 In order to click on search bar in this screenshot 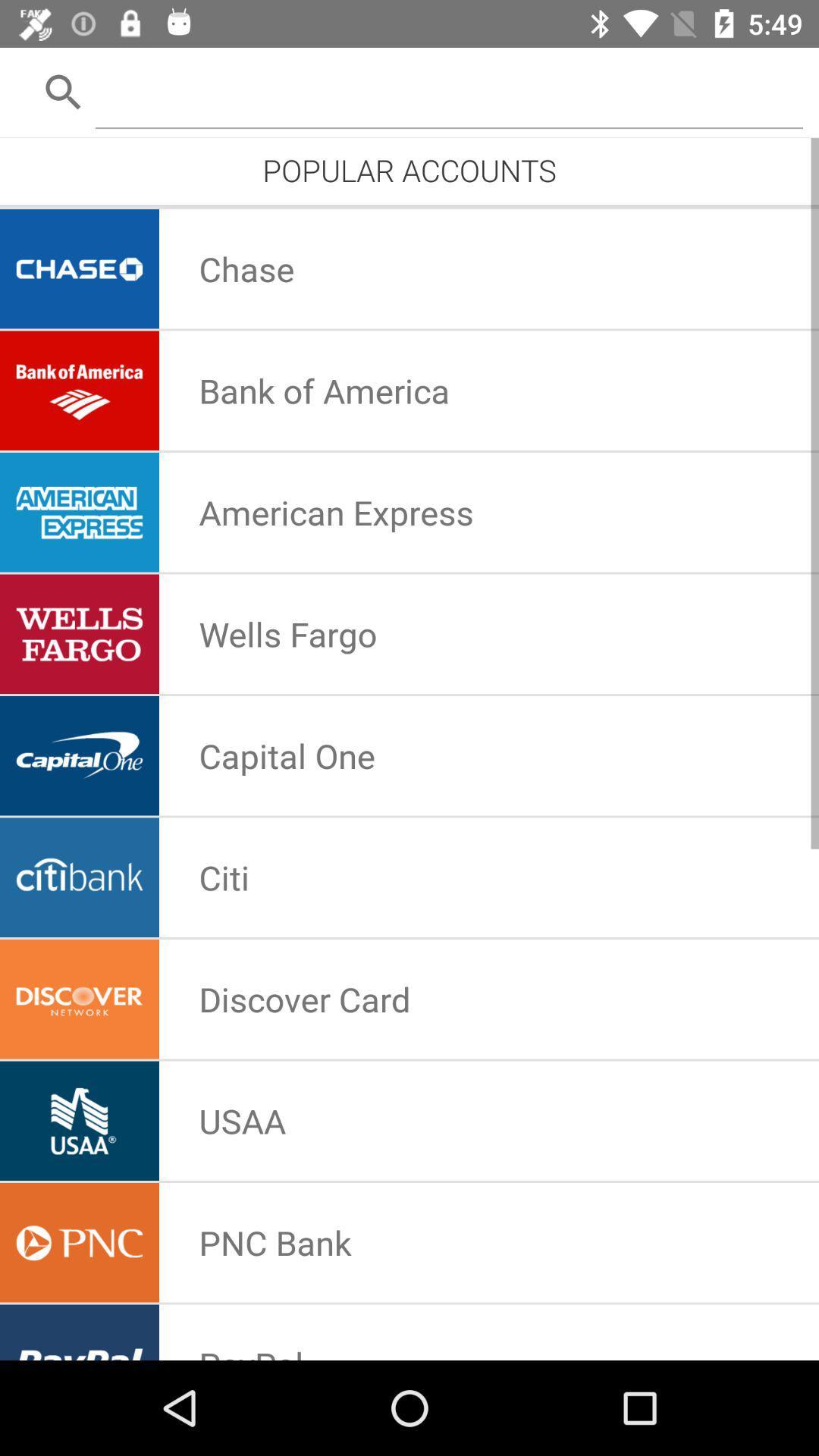, I will do `click(448, 90)`.